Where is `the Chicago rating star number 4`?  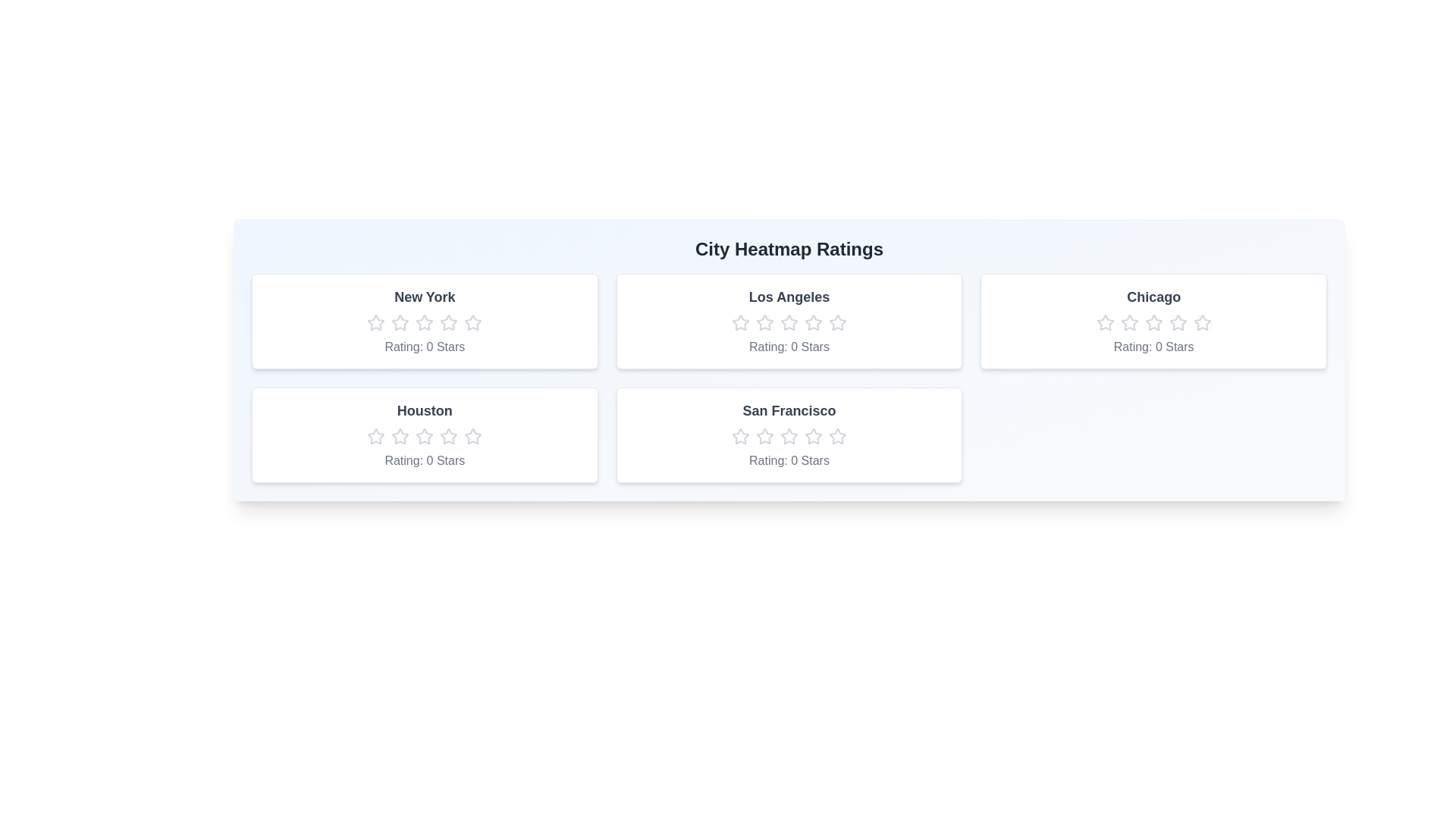
the Chicago rating star number 4 is located at coordinates (1177, 322).